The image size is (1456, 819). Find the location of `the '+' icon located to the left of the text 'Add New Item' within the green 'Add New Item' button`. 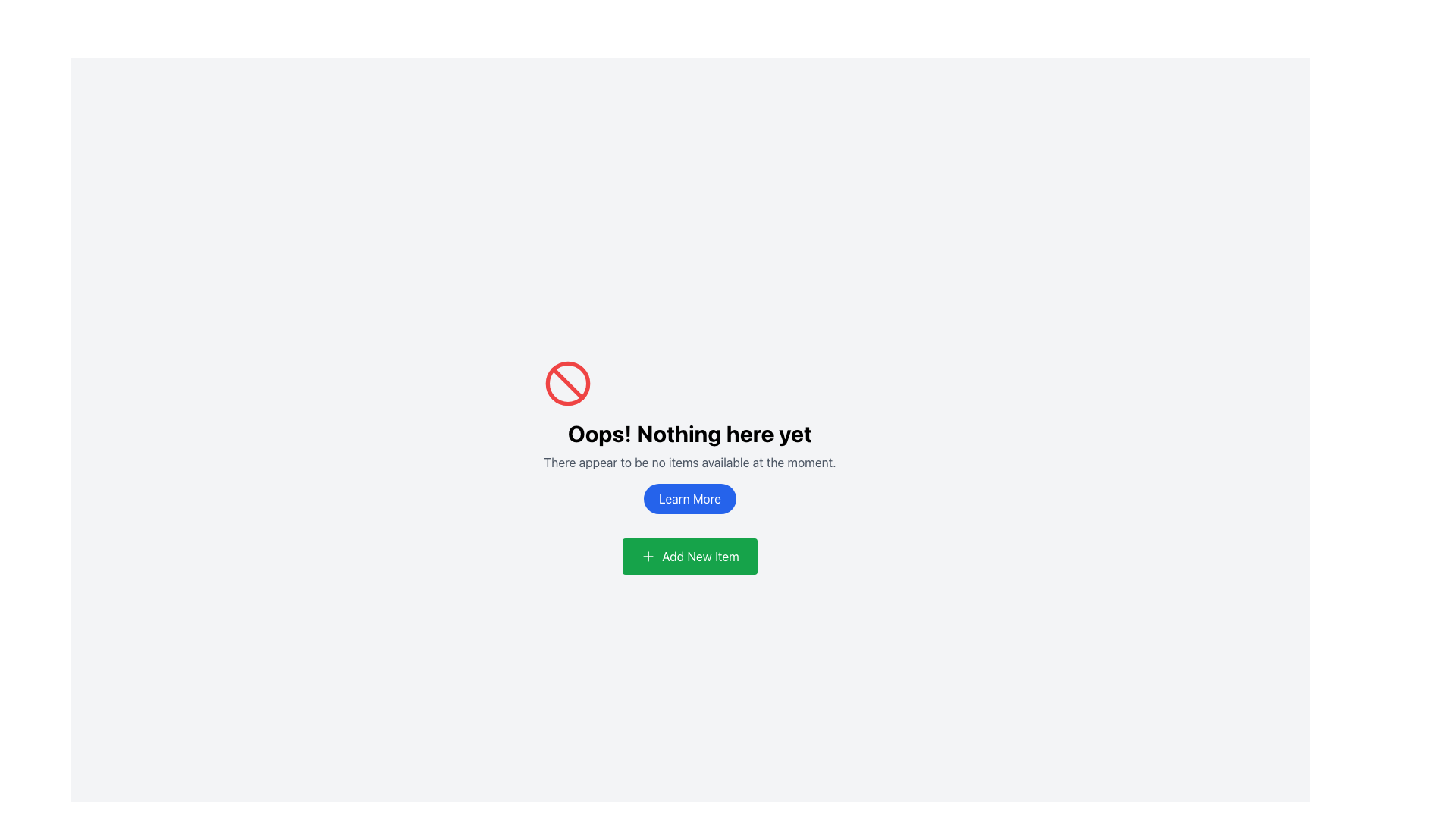

the '+' icon located to the left of the text 'Add New Item' within the green 'Add New Item' button is located at coordinates (648, 556).